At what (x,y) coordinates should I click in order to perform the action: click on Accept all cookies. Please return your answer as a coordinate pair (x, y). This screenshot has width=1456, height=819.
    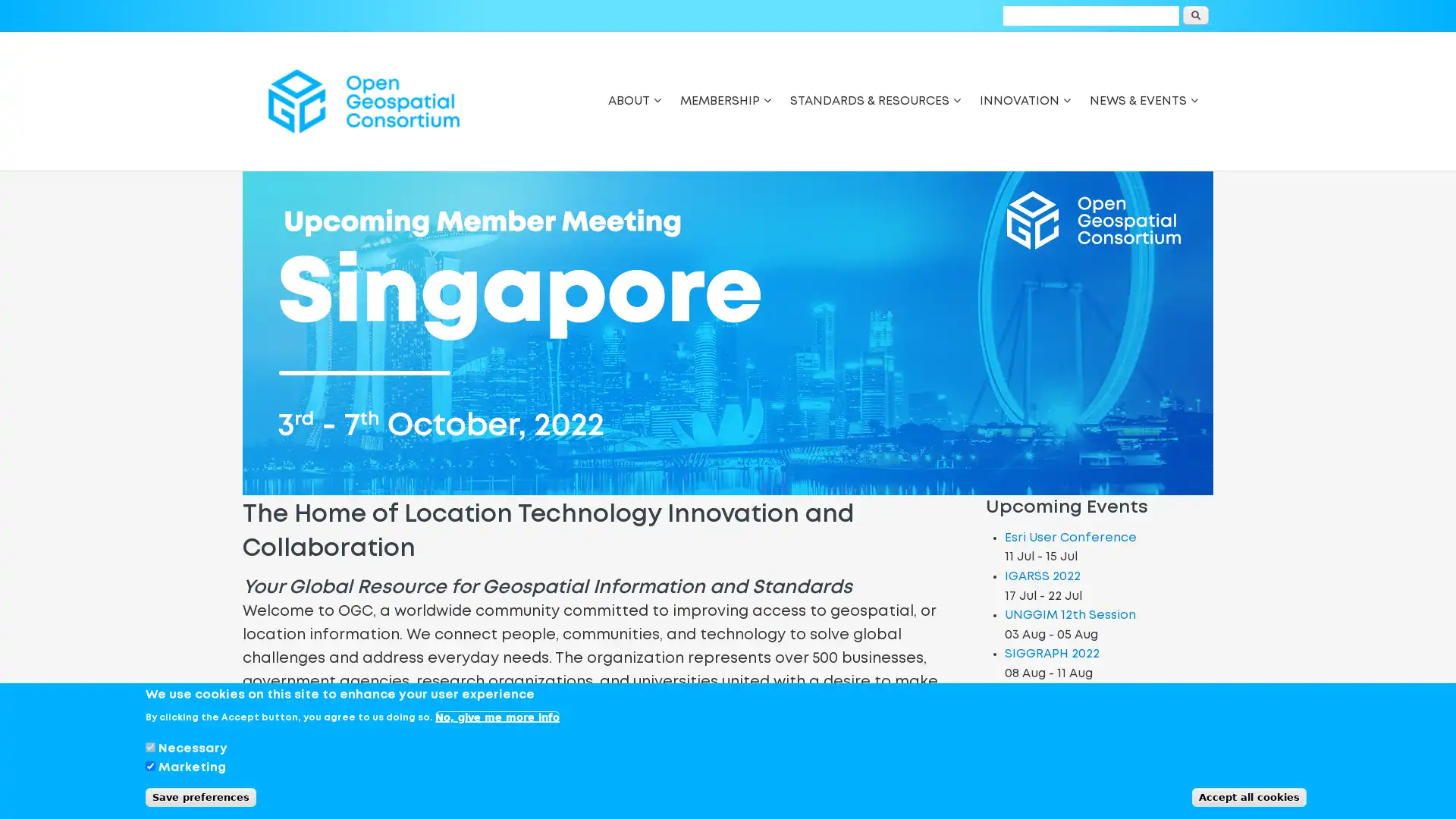
    Looking at the image, I should click on (1249, 796).